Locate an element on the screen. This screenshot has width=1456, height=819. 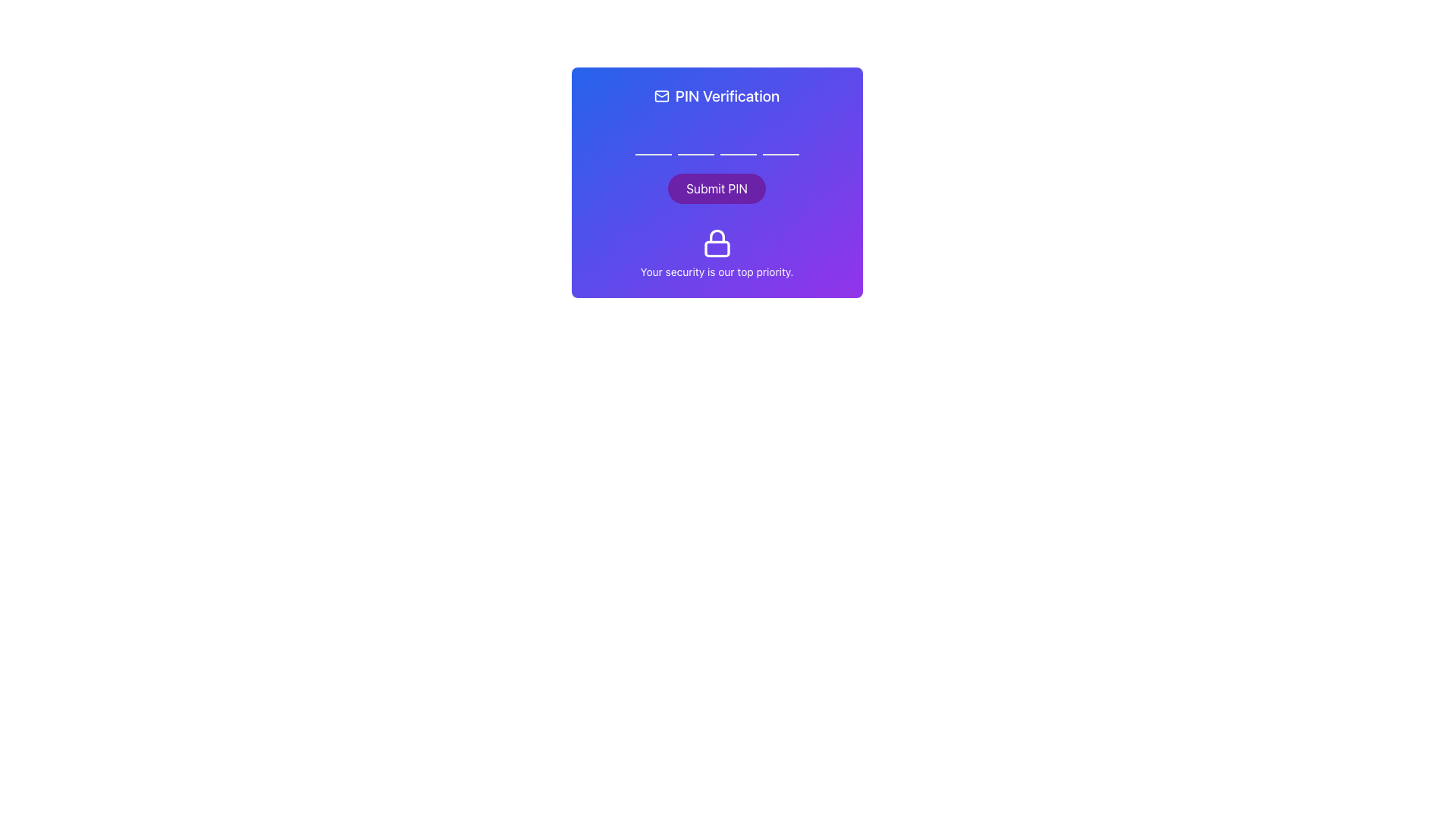
the submit button located below the PIN input fields and above the lock icon to observe a shade change is located at coordinates (716, 188).